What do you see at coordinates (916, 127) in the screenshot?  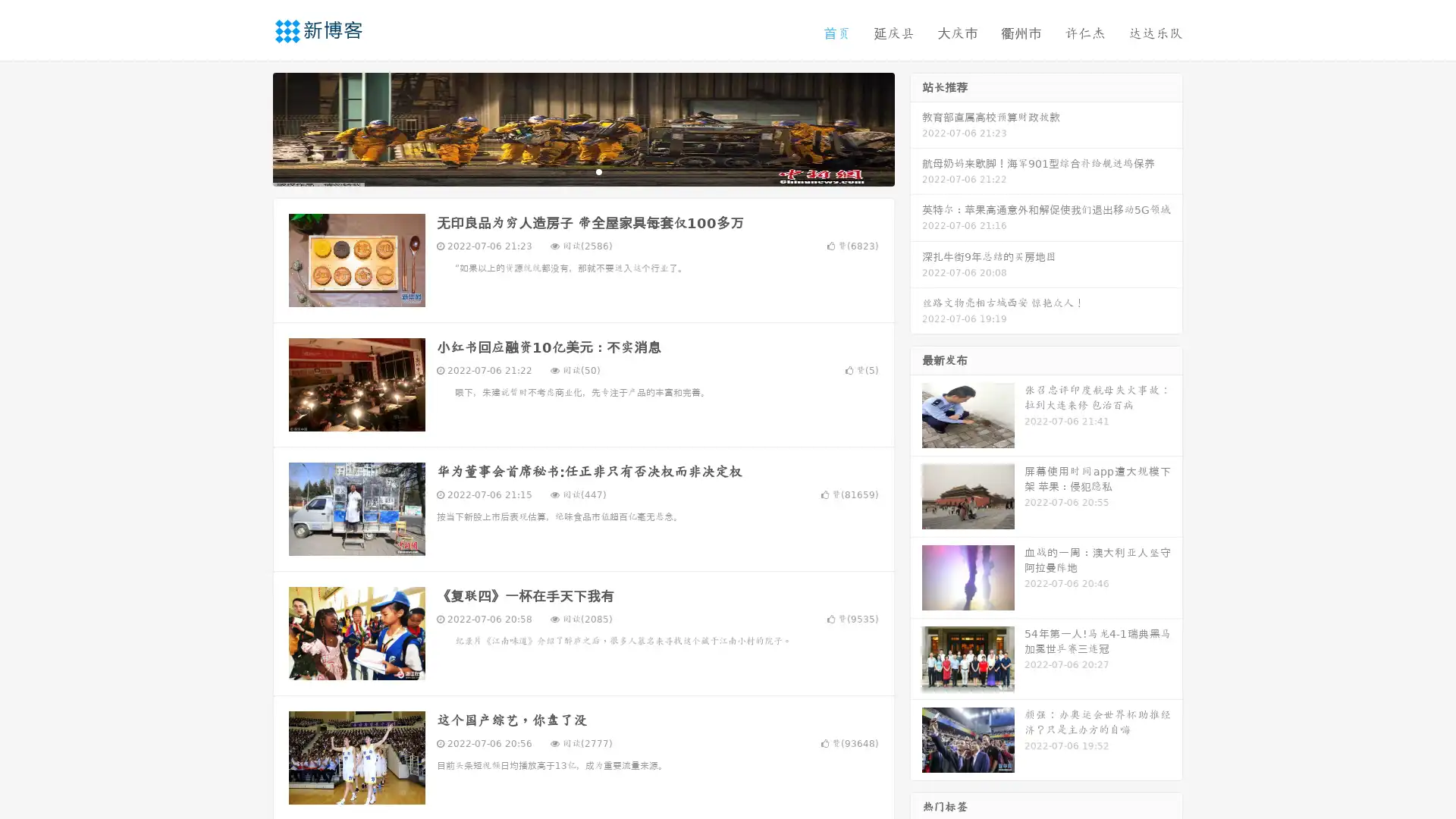 I see `Next slide` at bounding box center [916, 127].